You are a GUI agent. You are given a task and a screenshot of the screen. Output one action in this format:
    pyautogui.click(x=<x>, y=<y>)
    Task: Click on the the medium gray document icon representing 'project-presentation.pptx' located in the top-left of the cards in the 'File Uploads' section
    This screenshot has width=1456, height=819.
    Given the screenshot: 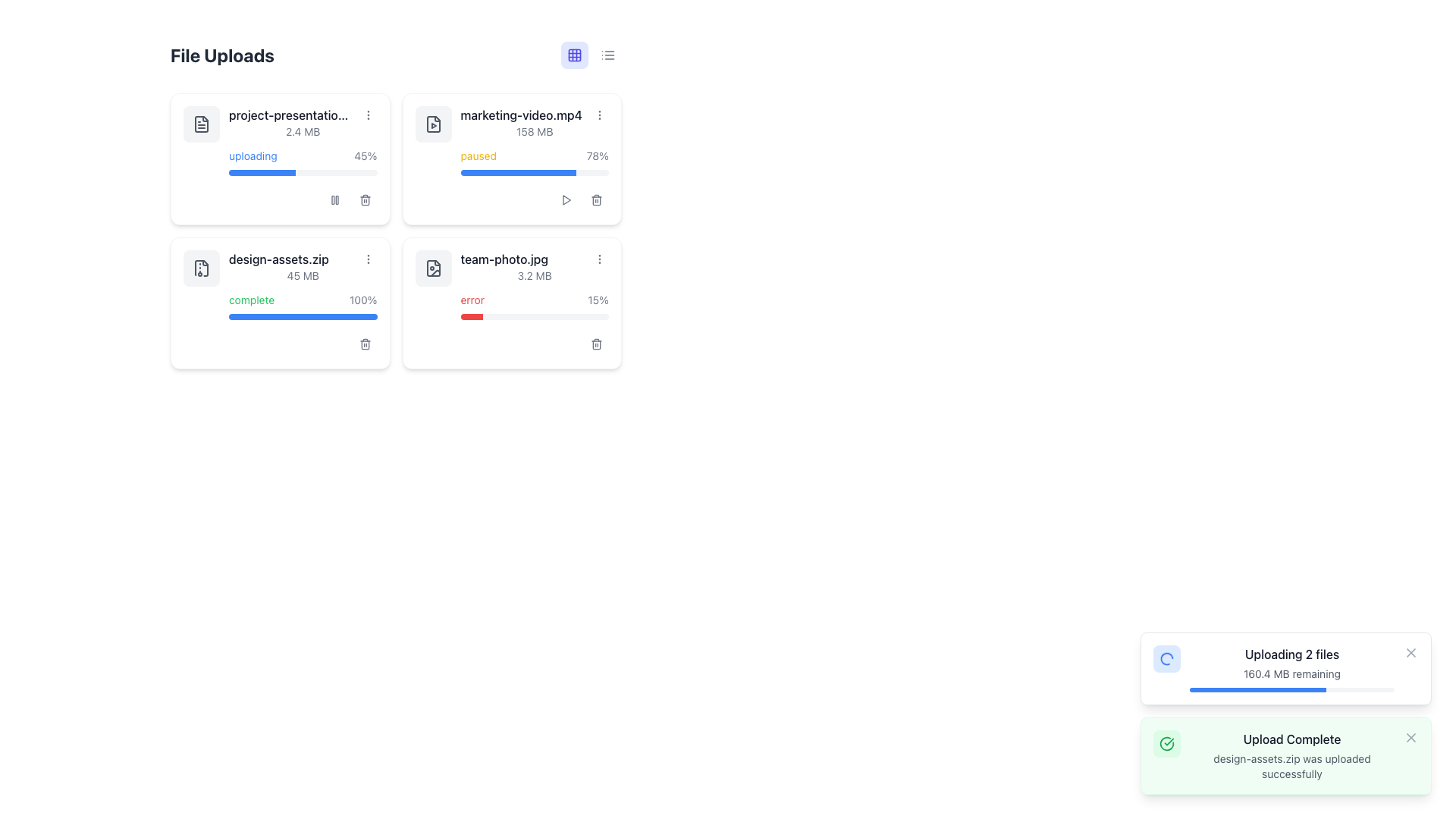 What is the action you would take?
    pyautogui.click(x=200, y=124)
    